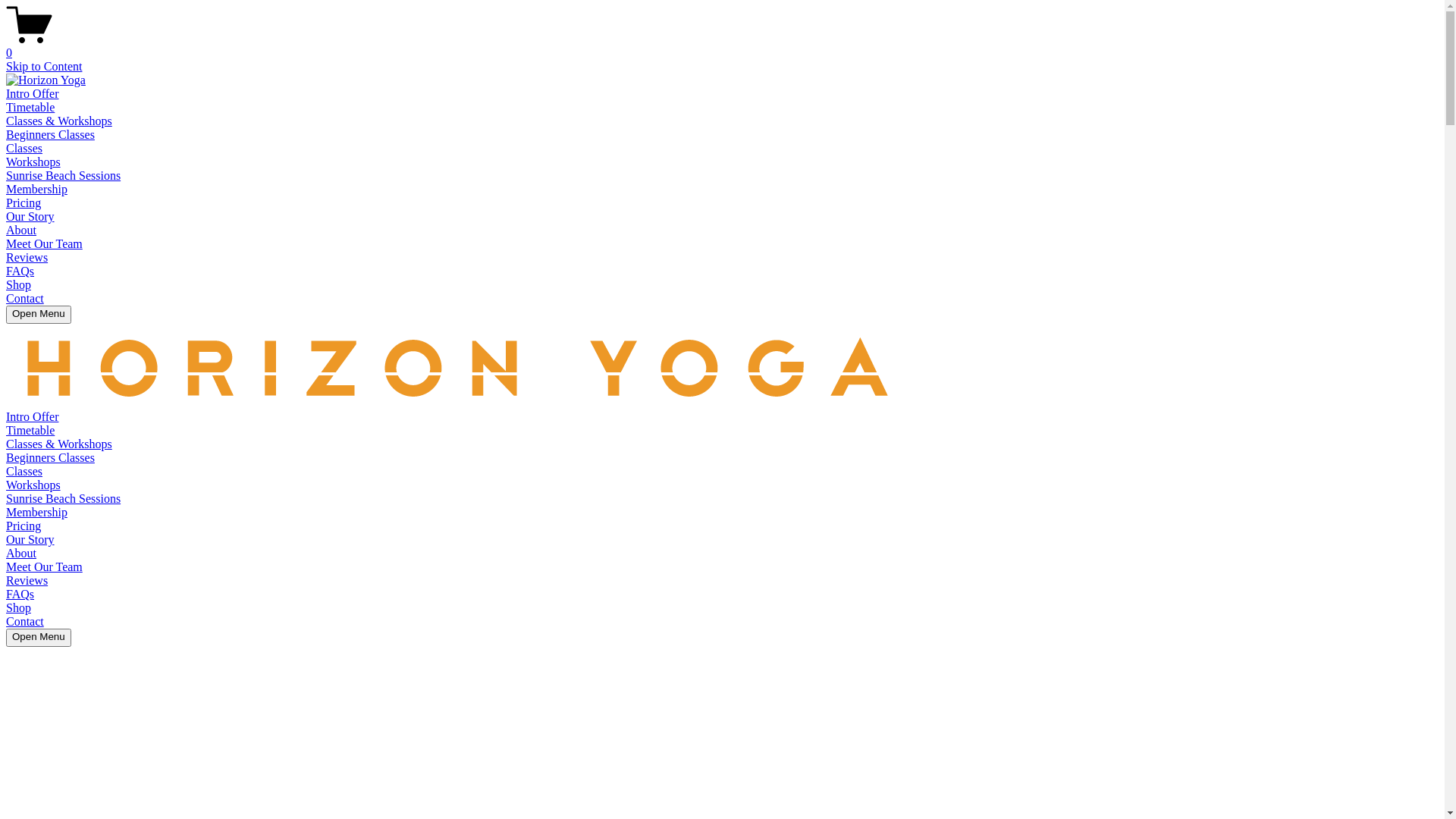 The width and height of the screenshot is (1456, 819). Describe the element at coordinates (30, 216) in the screenshot. I see `'Our Story'` at that location.